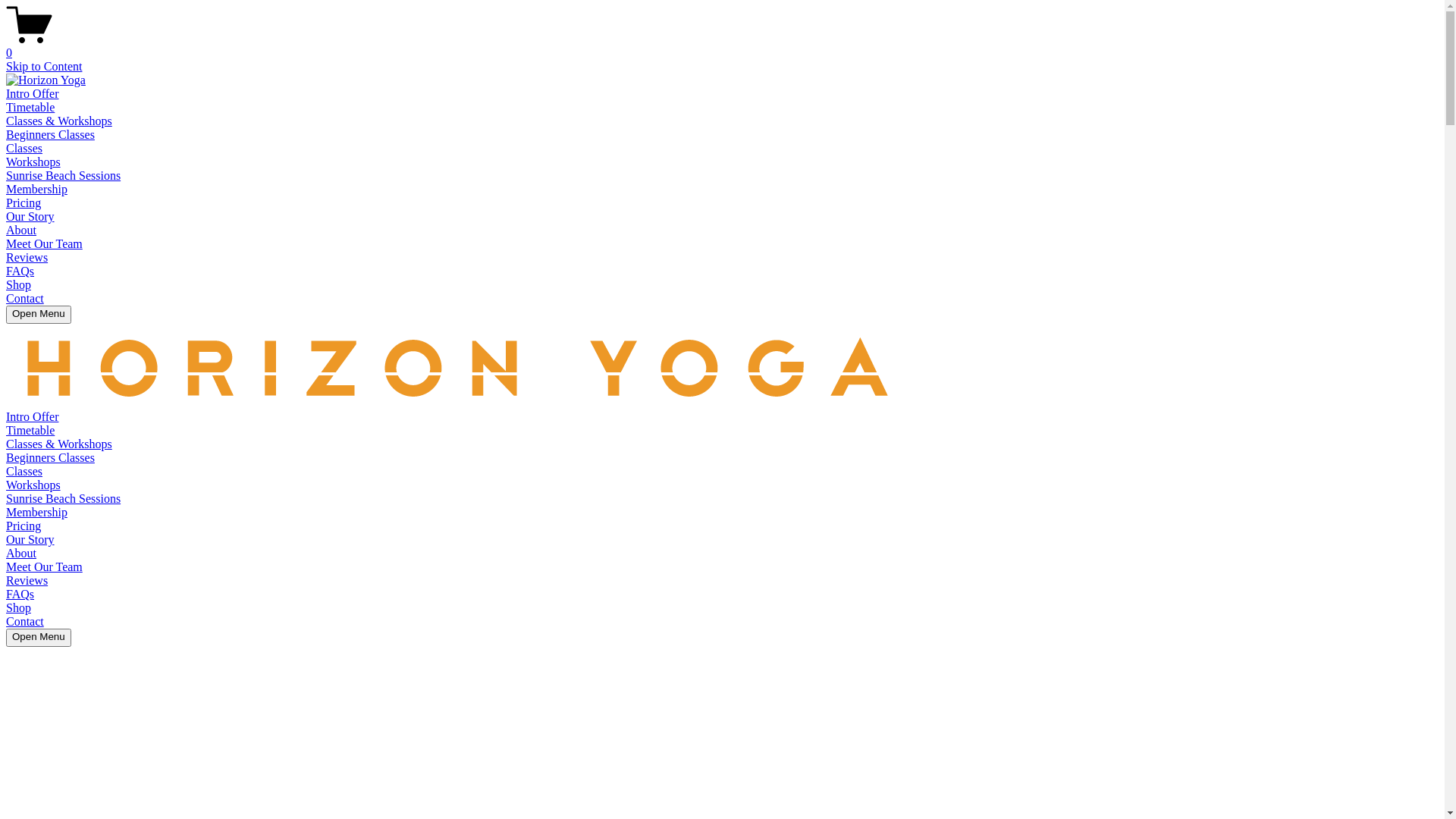 The width and height of the screenshot is (1456, 819). Describe the element at coordinates (30, 216) in the screenshot. I see `'Our Story'` at that location.